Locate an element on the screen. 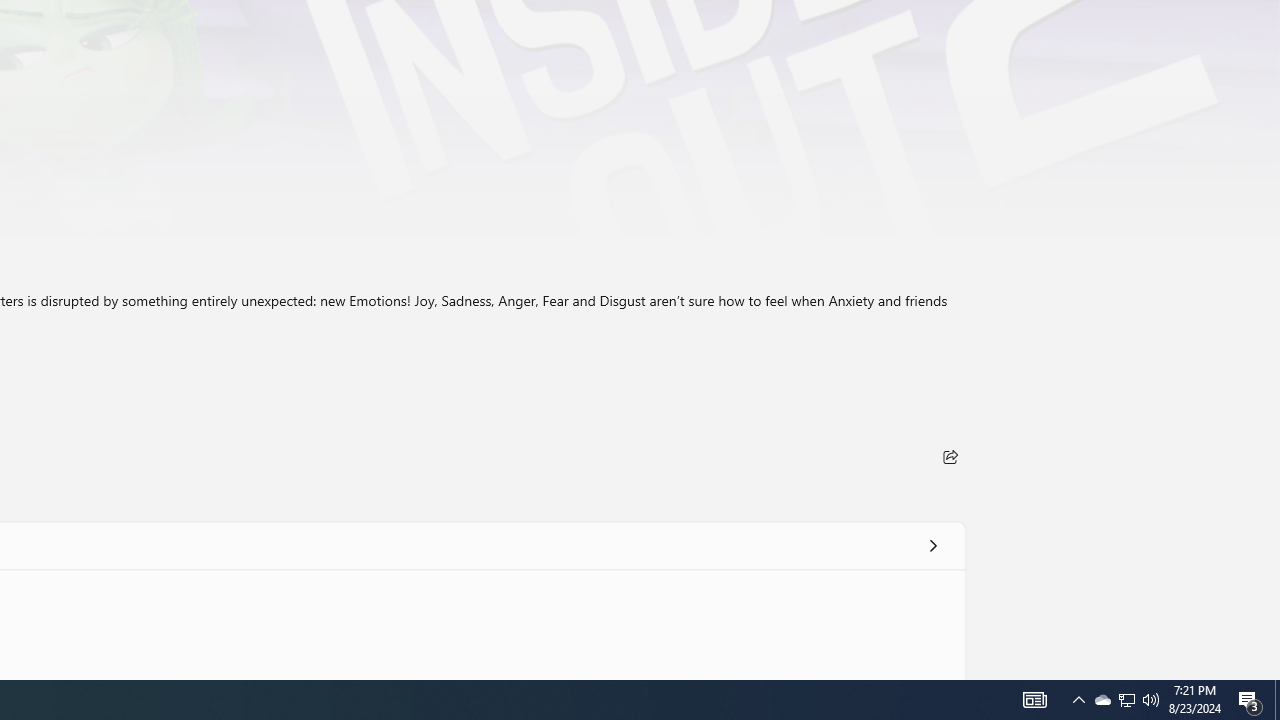  'See all' is located at coordinates (931, 545).